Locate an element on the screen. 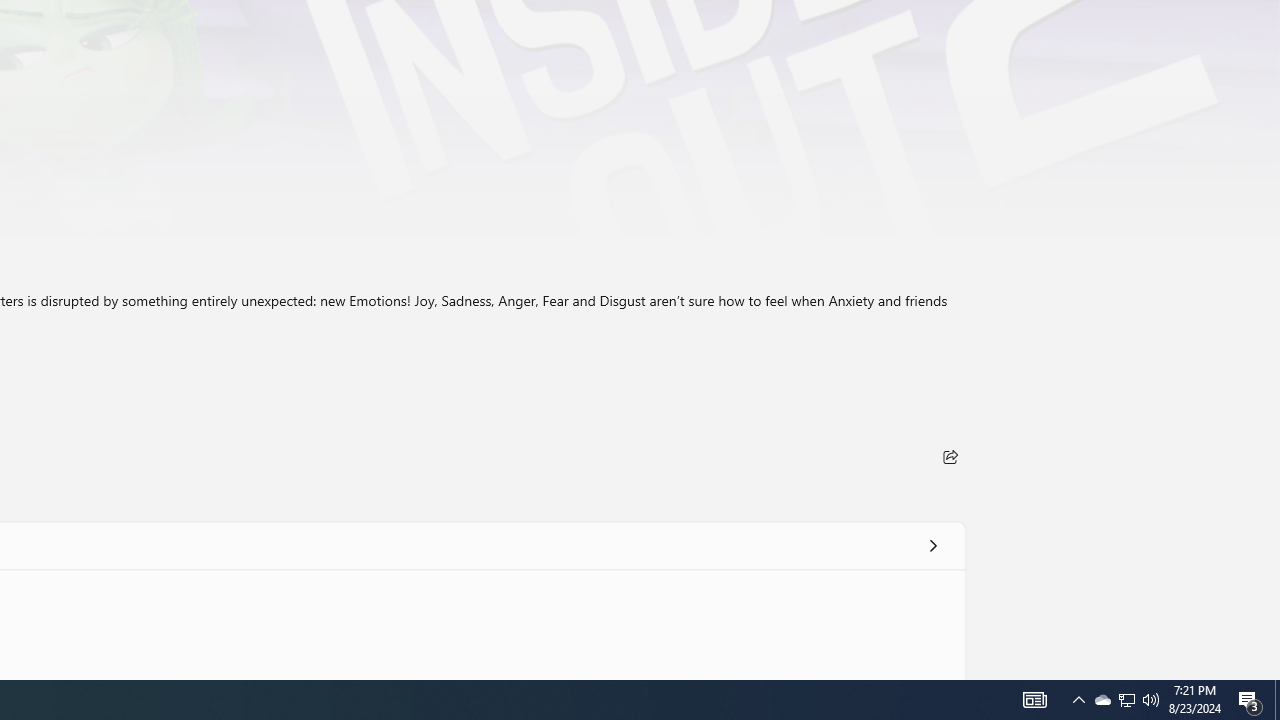  'See all' is located at coordinates (931, 545).